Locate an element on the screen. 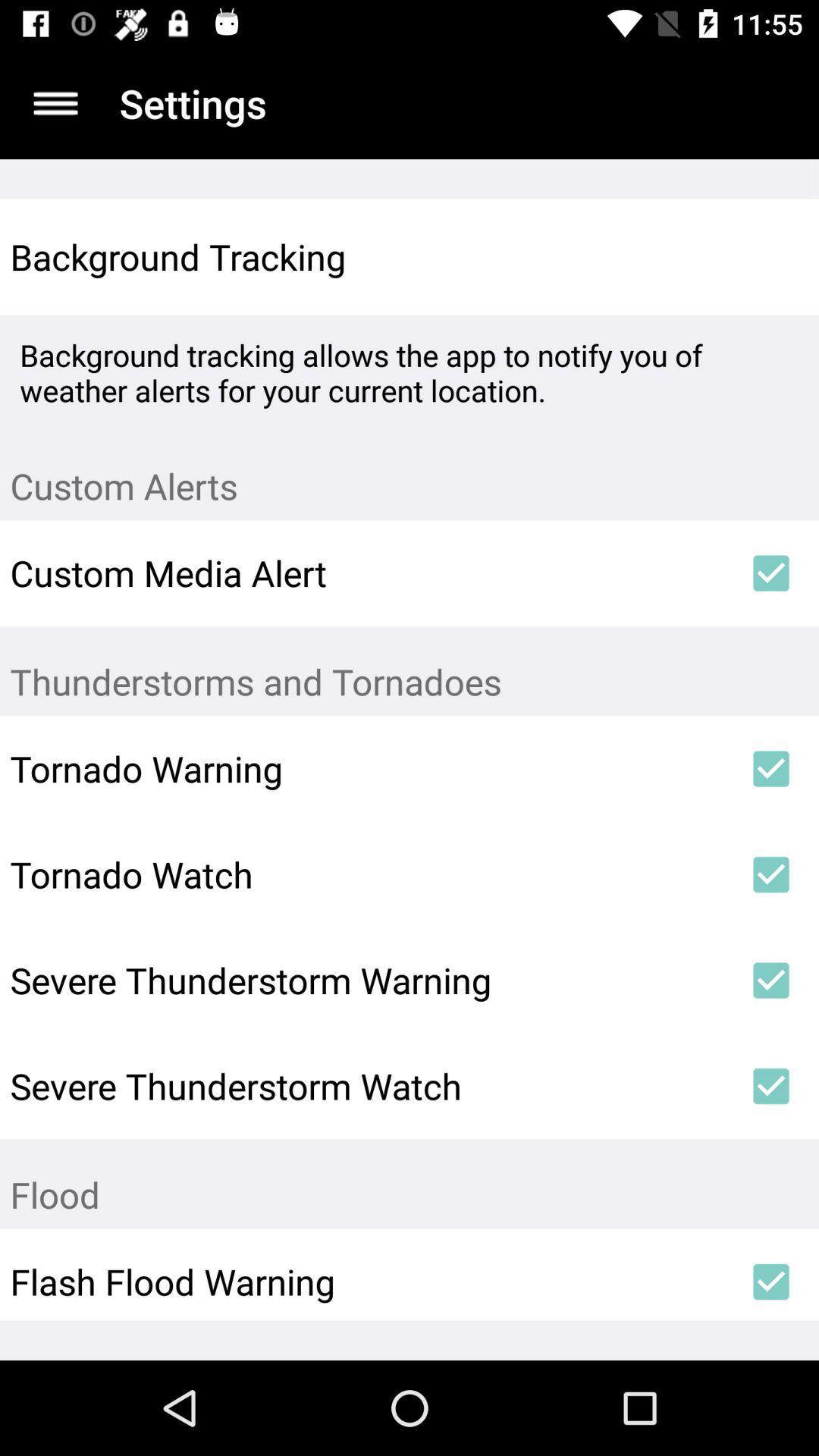  the icon above the flood item is located at coordinates (771, 1085).